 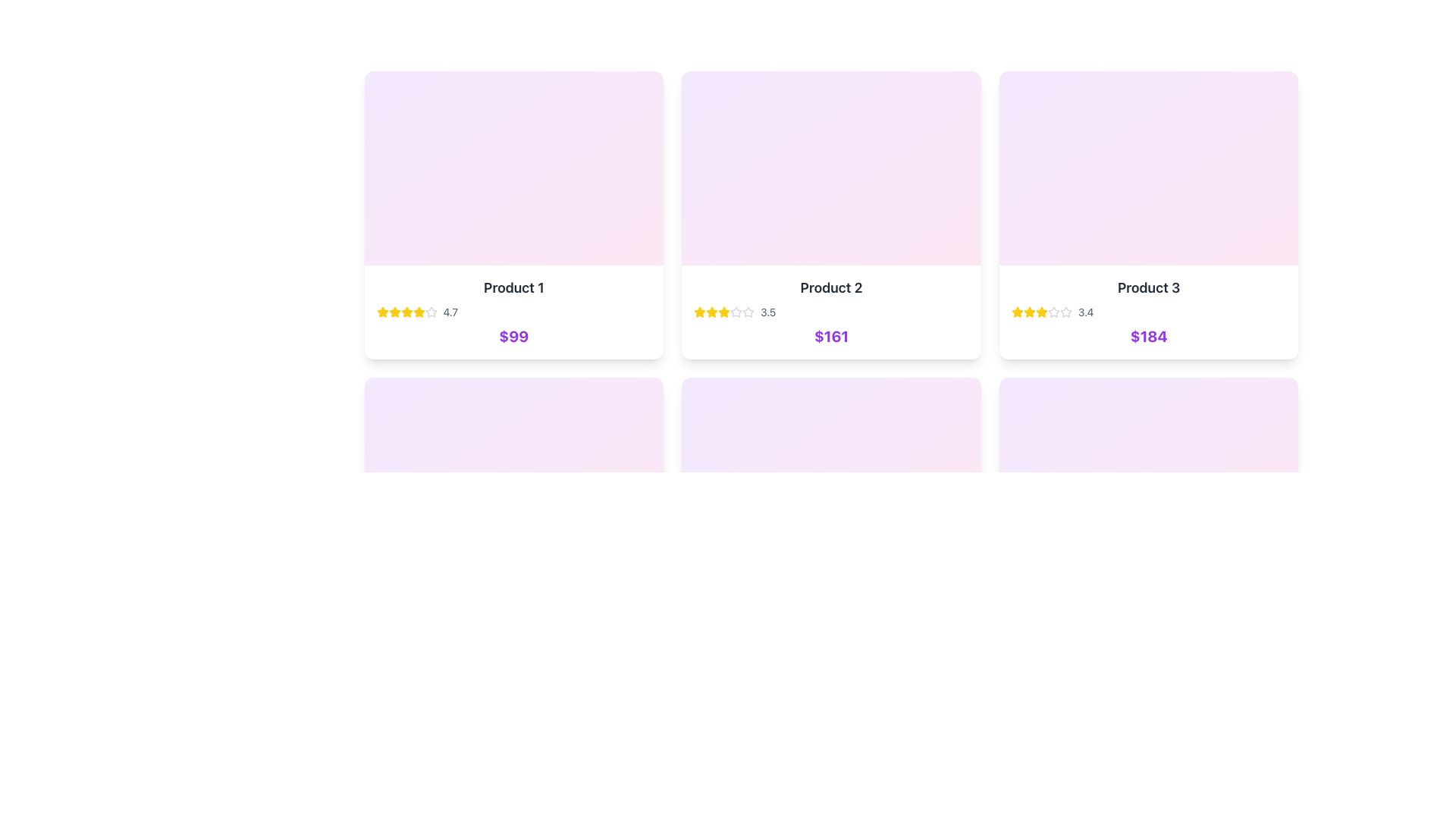 What do you see at coordinates (1149, 335) in the screenshot?
I see `the price label displaying '$184' located at the bottom section of the card labeled 'Product 3', which is positioned to the rightmost within a row of three cards` at bounding box center [1149, 335].